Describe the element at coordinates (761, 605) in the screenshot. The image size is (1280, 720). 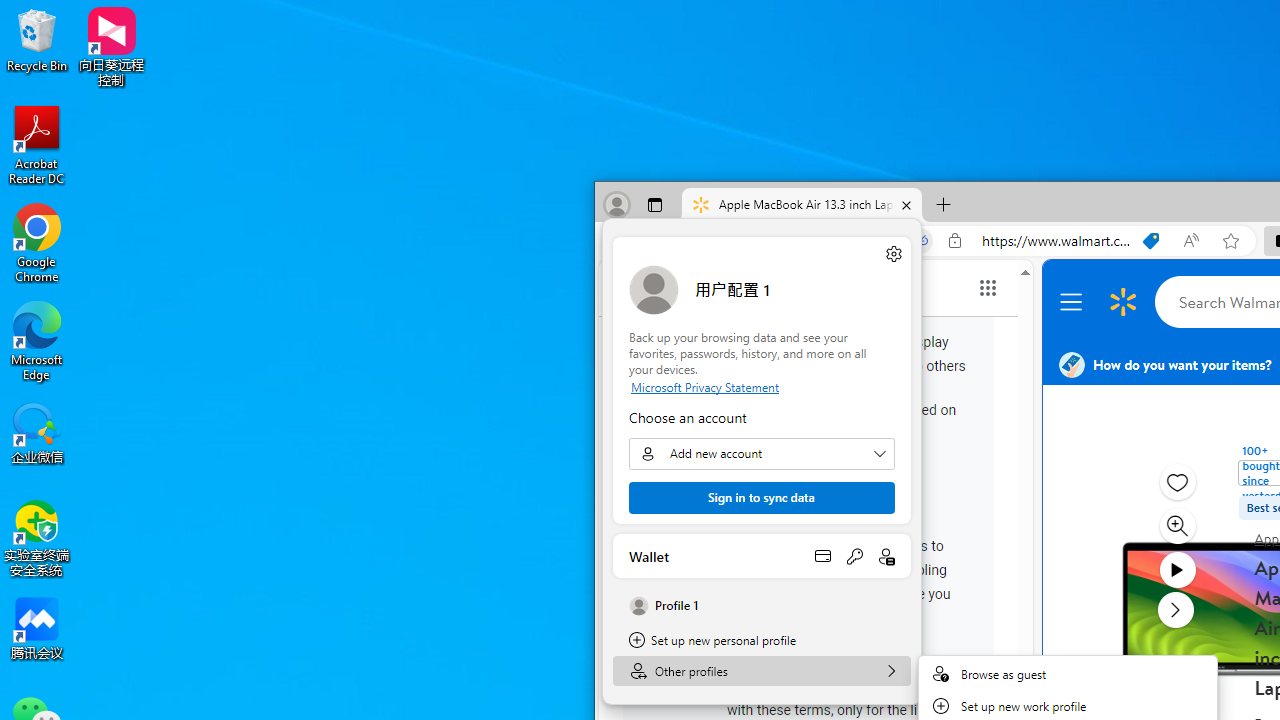
I see `'Profile 1'` at that location.